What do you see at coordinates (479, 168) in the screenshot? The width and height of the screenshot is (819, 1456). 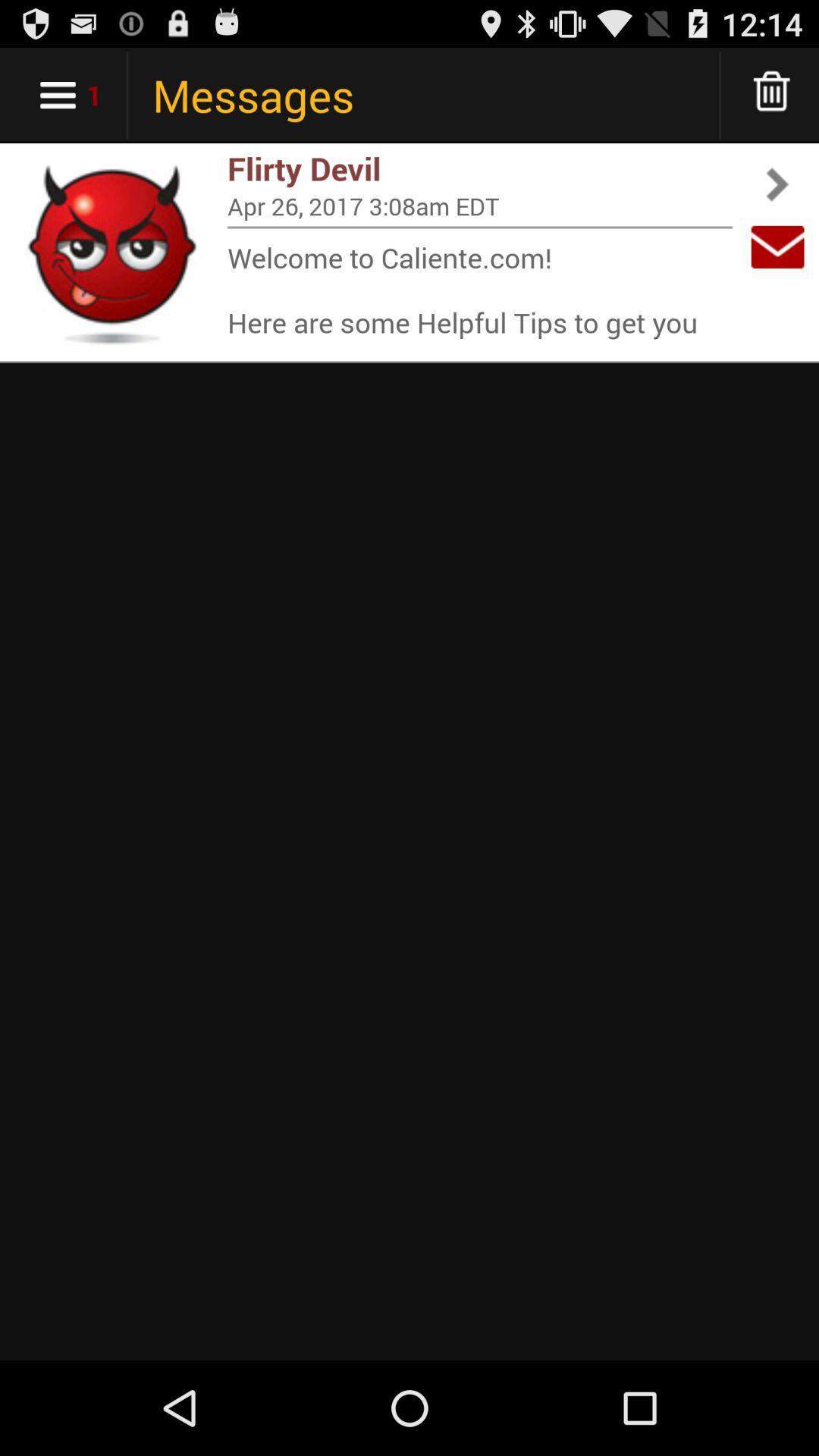 I see `the app below the messages icon` at bounding box center [479, 168].